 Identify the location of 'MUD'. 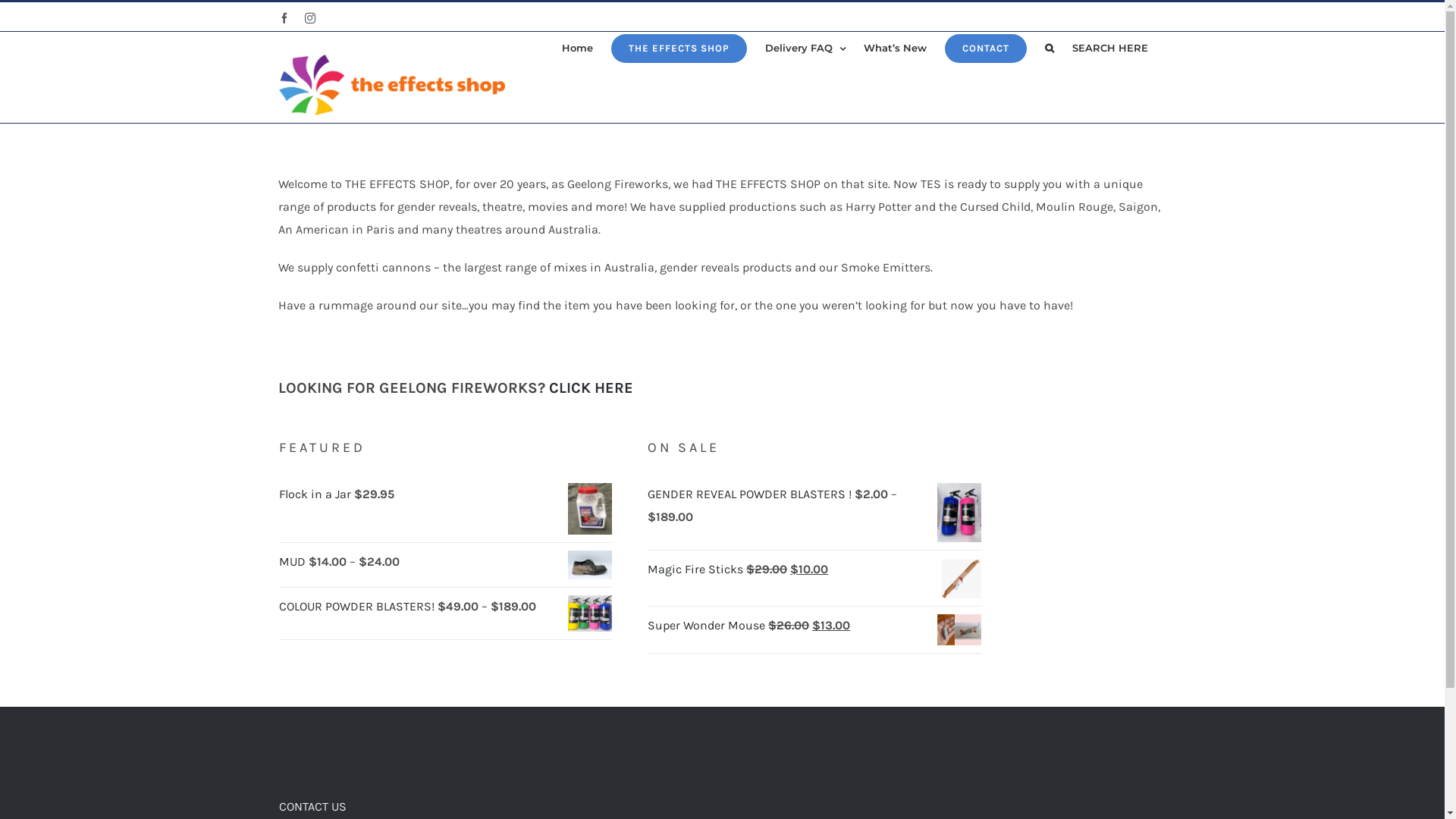
(293, 561).